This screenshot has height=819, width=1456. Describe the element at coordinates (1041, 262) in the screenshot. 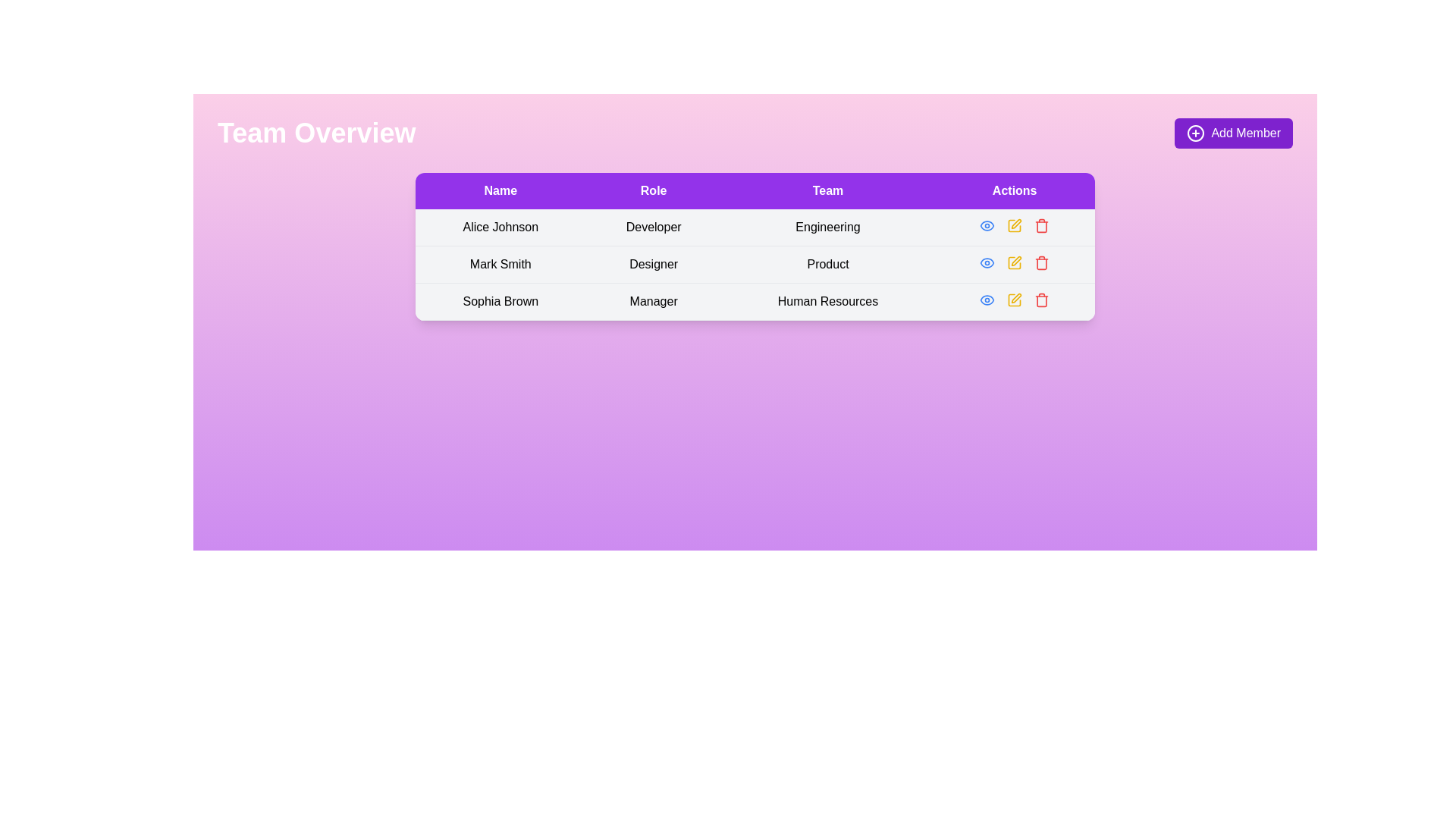

I see `the delete button located in the 'Actions' column of the second row in the displayed table` at that location.